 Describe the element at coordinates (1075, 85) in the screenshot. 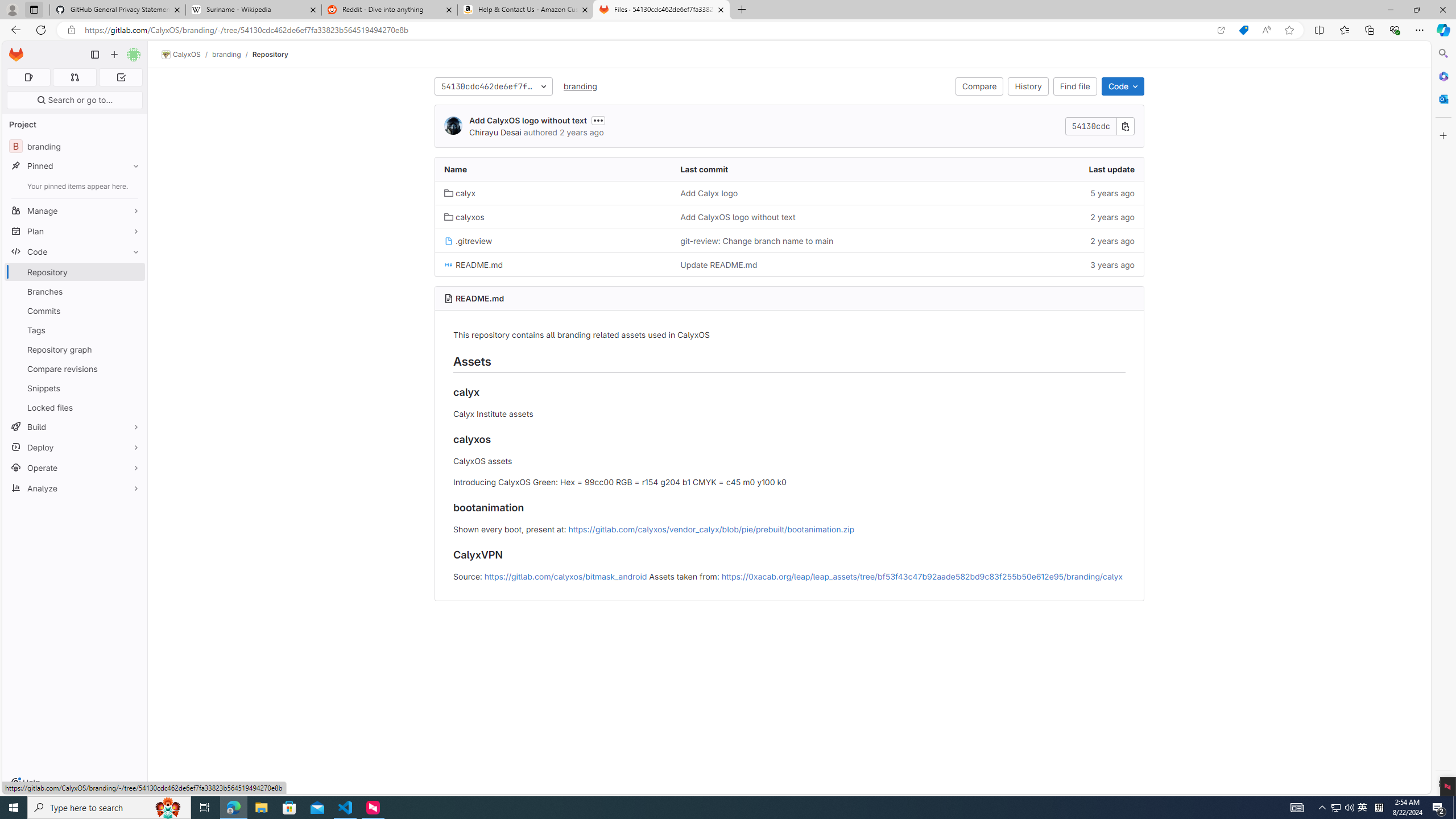

I see `'Find file'` at that location.